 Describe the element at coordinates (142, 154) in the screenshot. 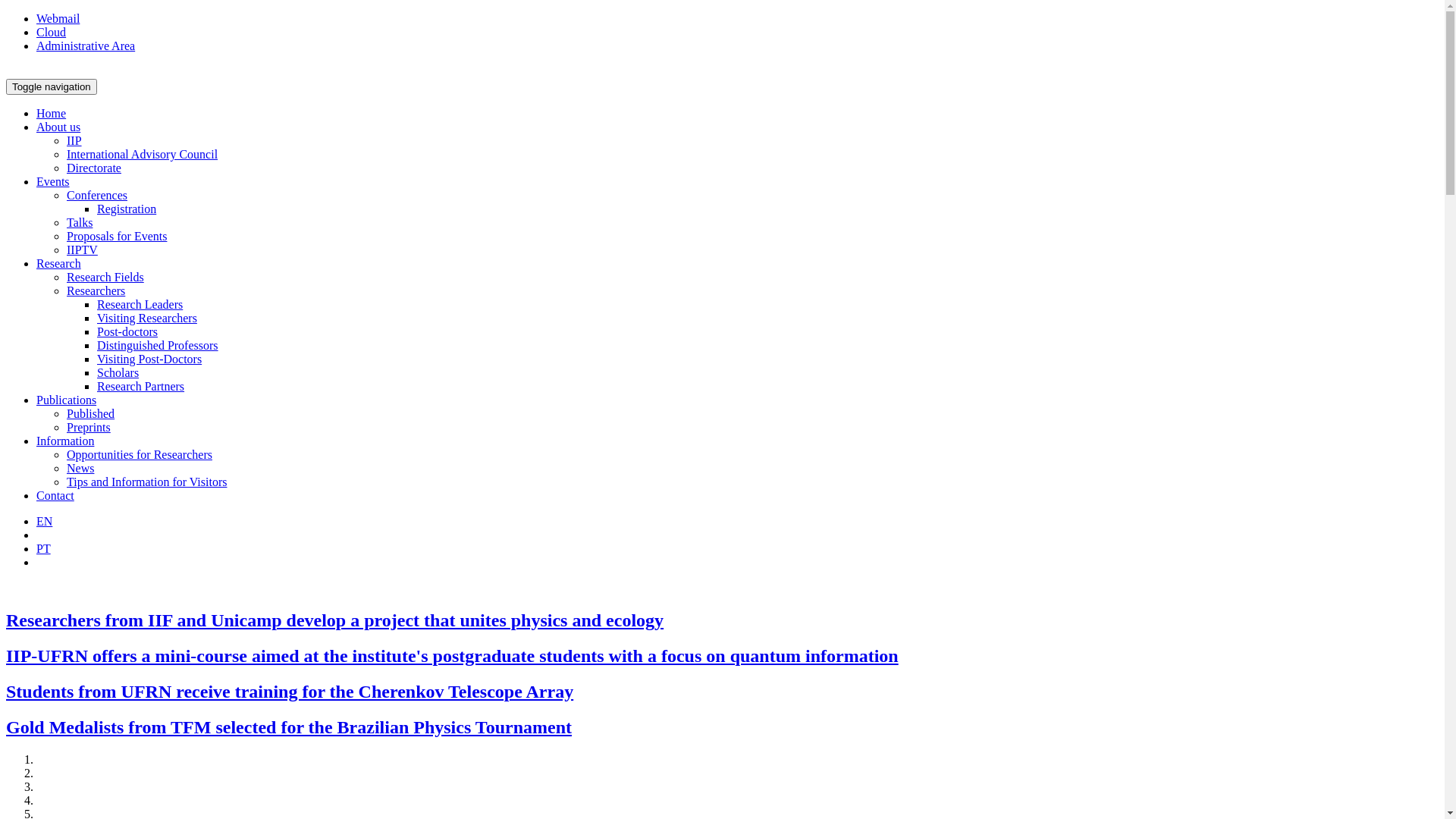

I see `'International Advisory Council'` at that location.